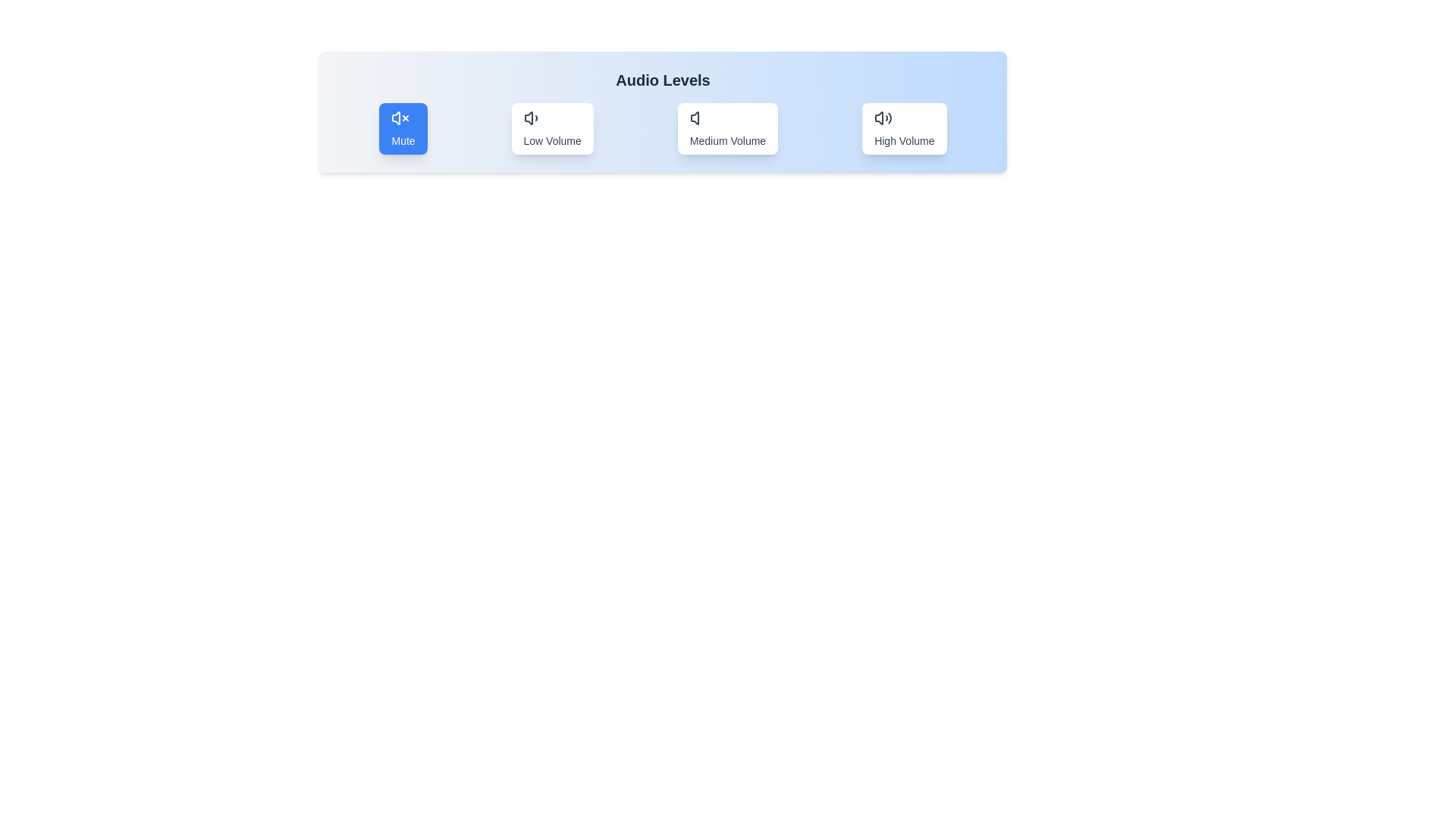 Image resolution: width=1456 pixels, height=819 pixels. What do you see at coordinates (403, 127) in the screenshot?
I see `the button labeled 'Mute' to observe the hover effect` at bounding box center [403, 127].